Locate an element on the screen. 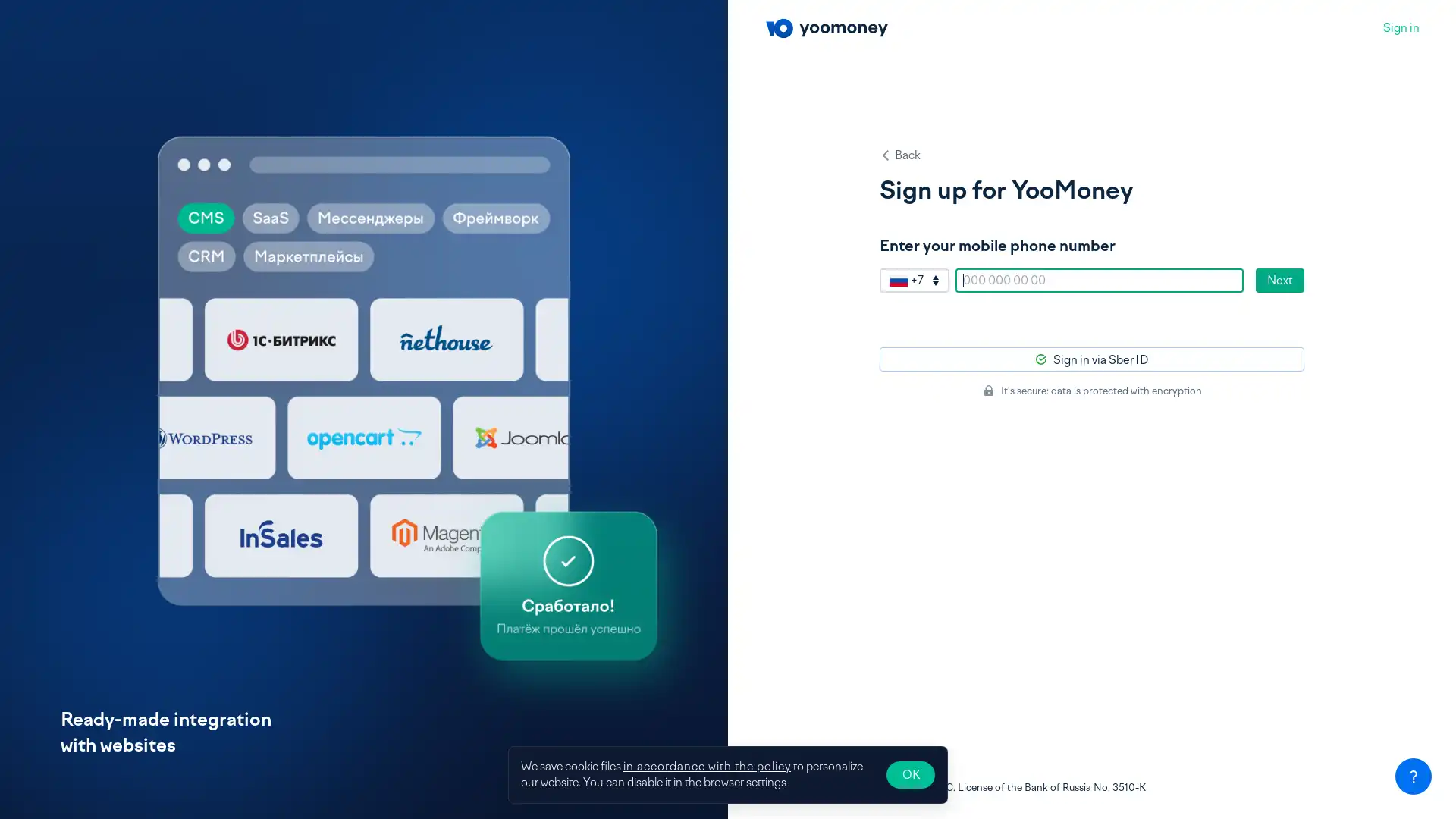 The width and height of the screenshot is (1456, 819). Next is located at coordinates (1279, 281).